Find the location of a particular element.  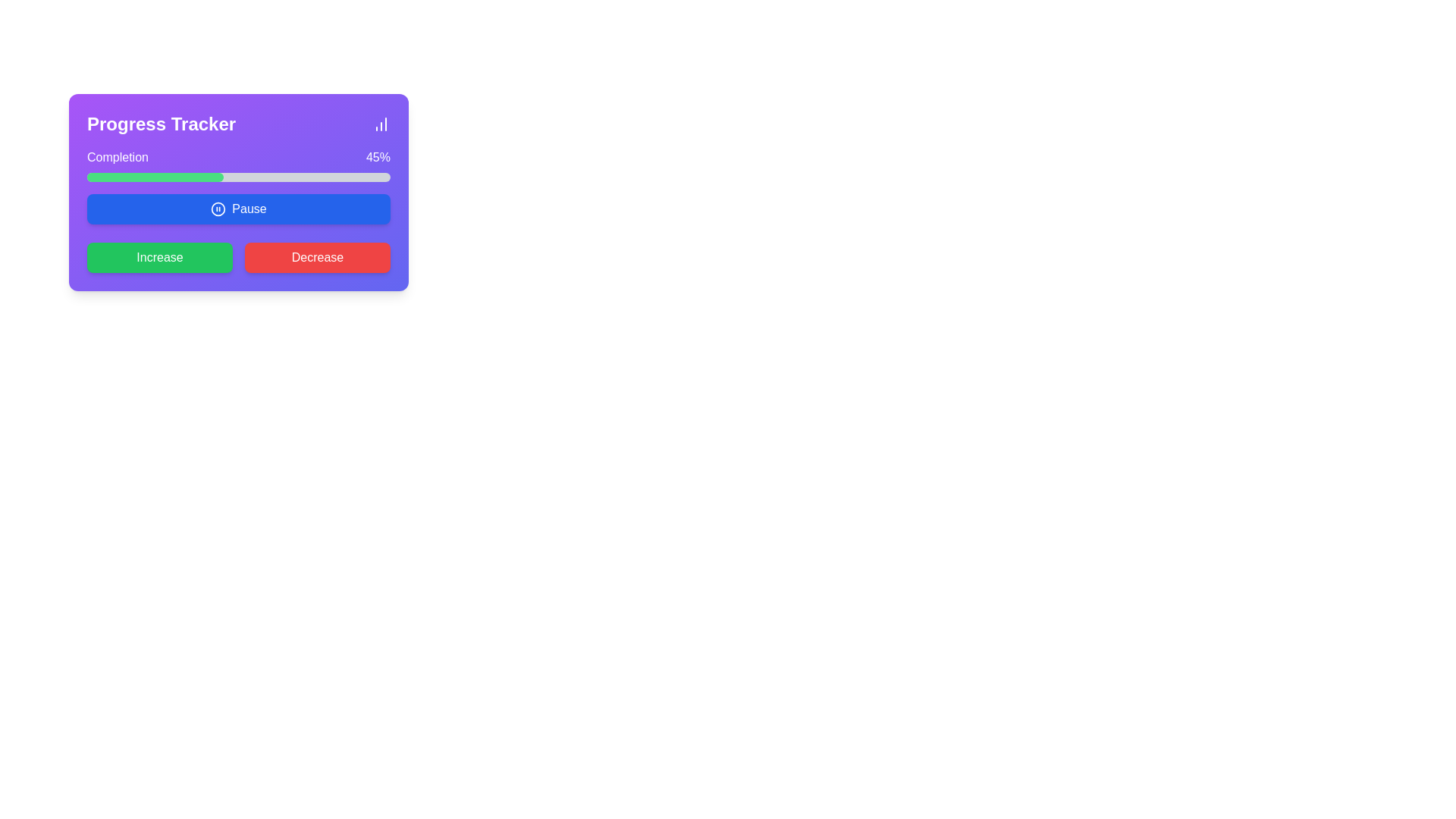

the horizontal progress bar indicating 45% completion, located below the 'Completion' label and above the 'Pause' button is located at coordinates (238, 177).